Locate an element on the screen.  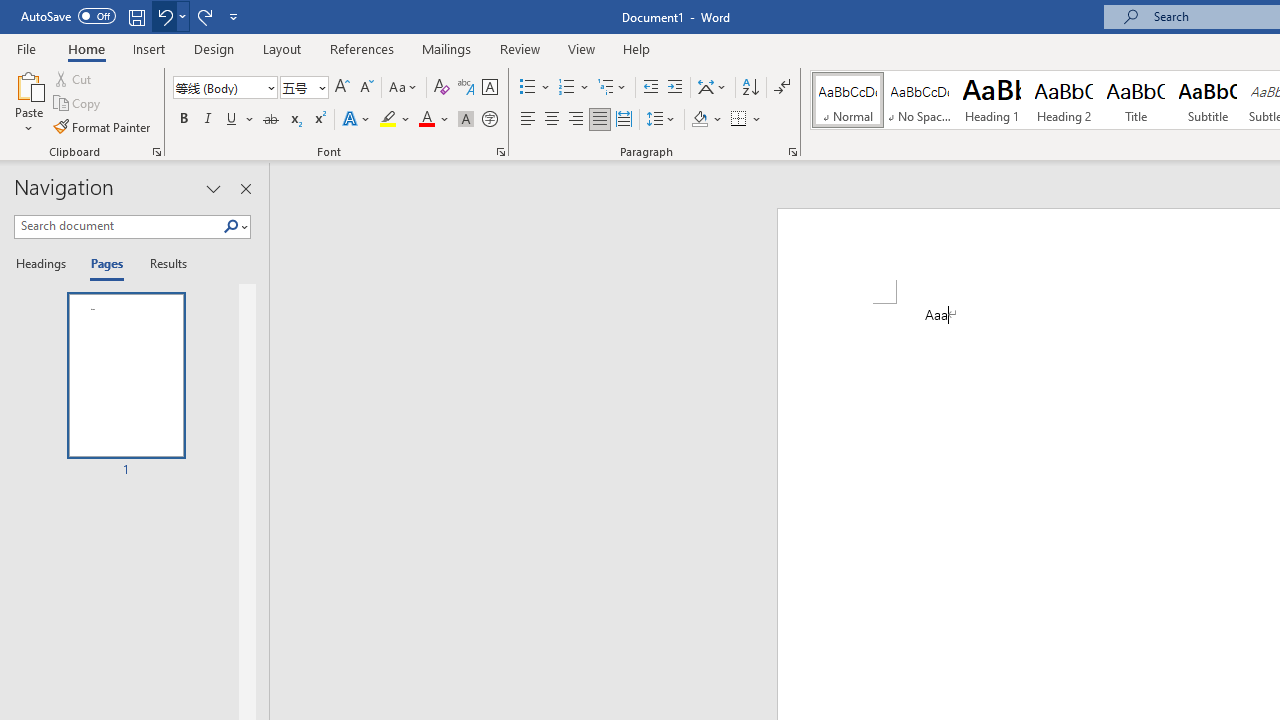
'Character Shading' is located at coordinates (464, 119).